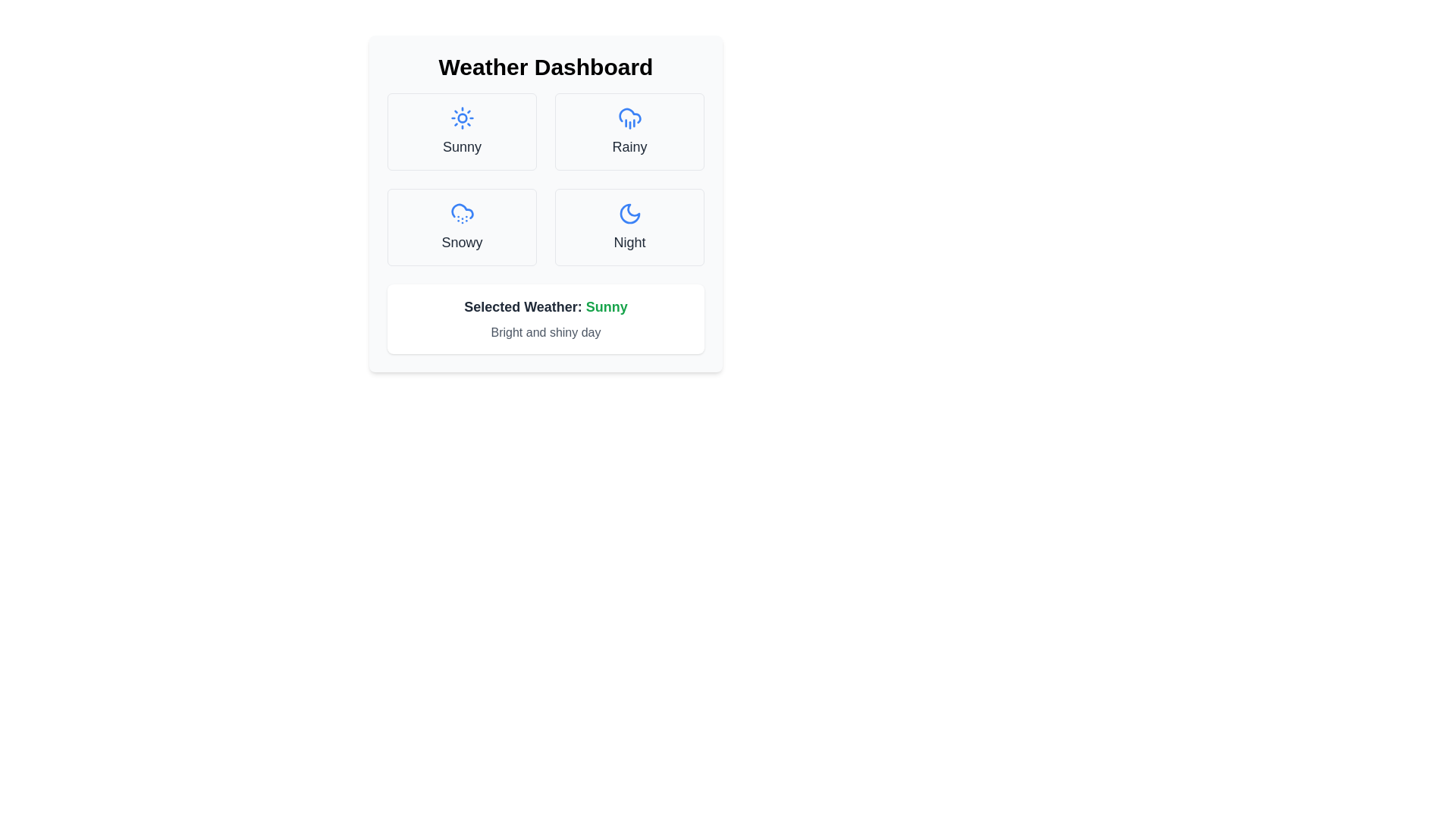 The image size is (1456, 819). Describe the element at coordinates (629, 130) in the screenshot. I see `the 'Rainy' weather option button located in the second column of the first row of the grid` at that location.